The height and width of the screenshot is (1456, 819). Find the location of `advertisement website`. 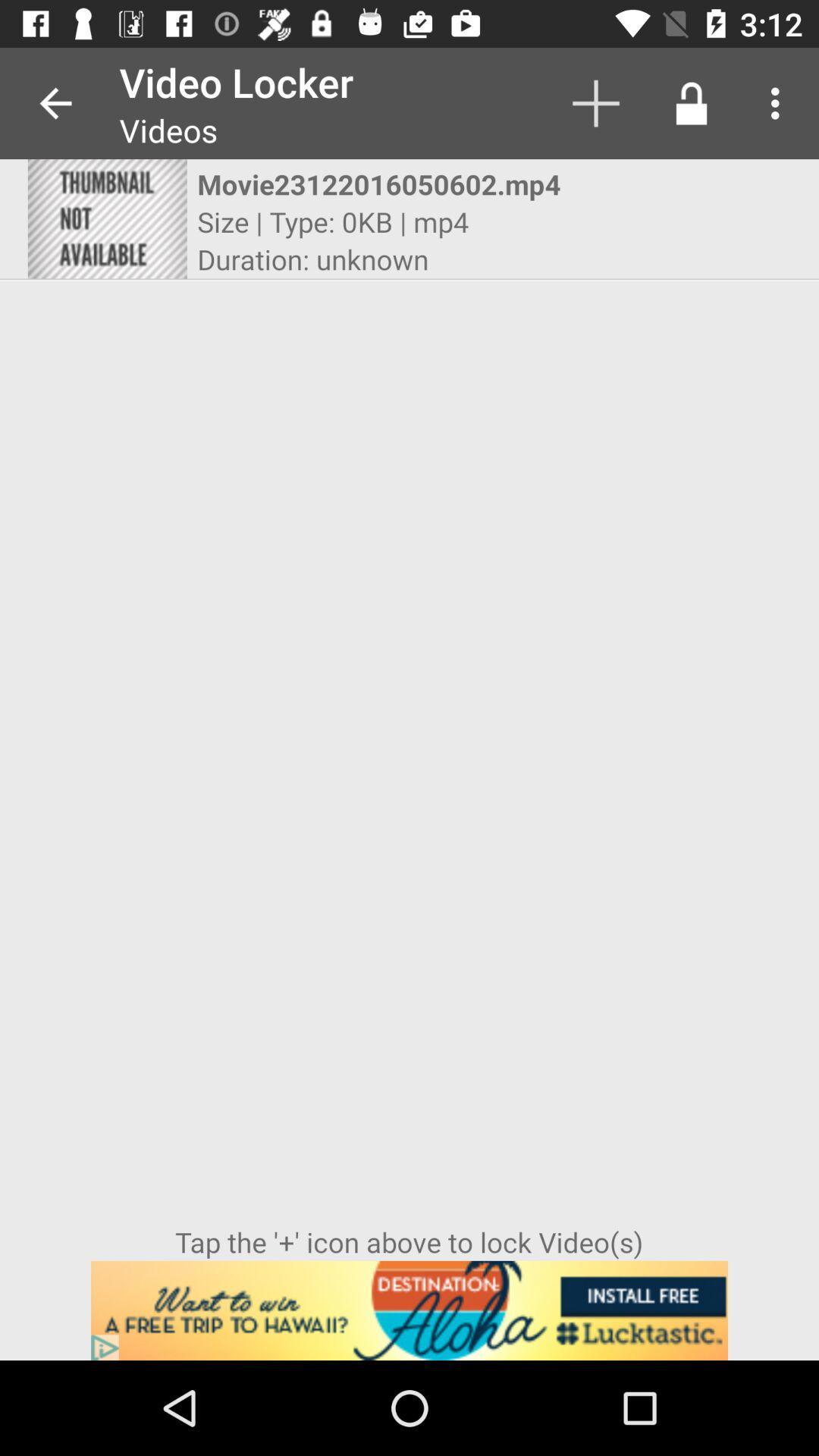

advertisement website is located at coordinates (409, 1310).